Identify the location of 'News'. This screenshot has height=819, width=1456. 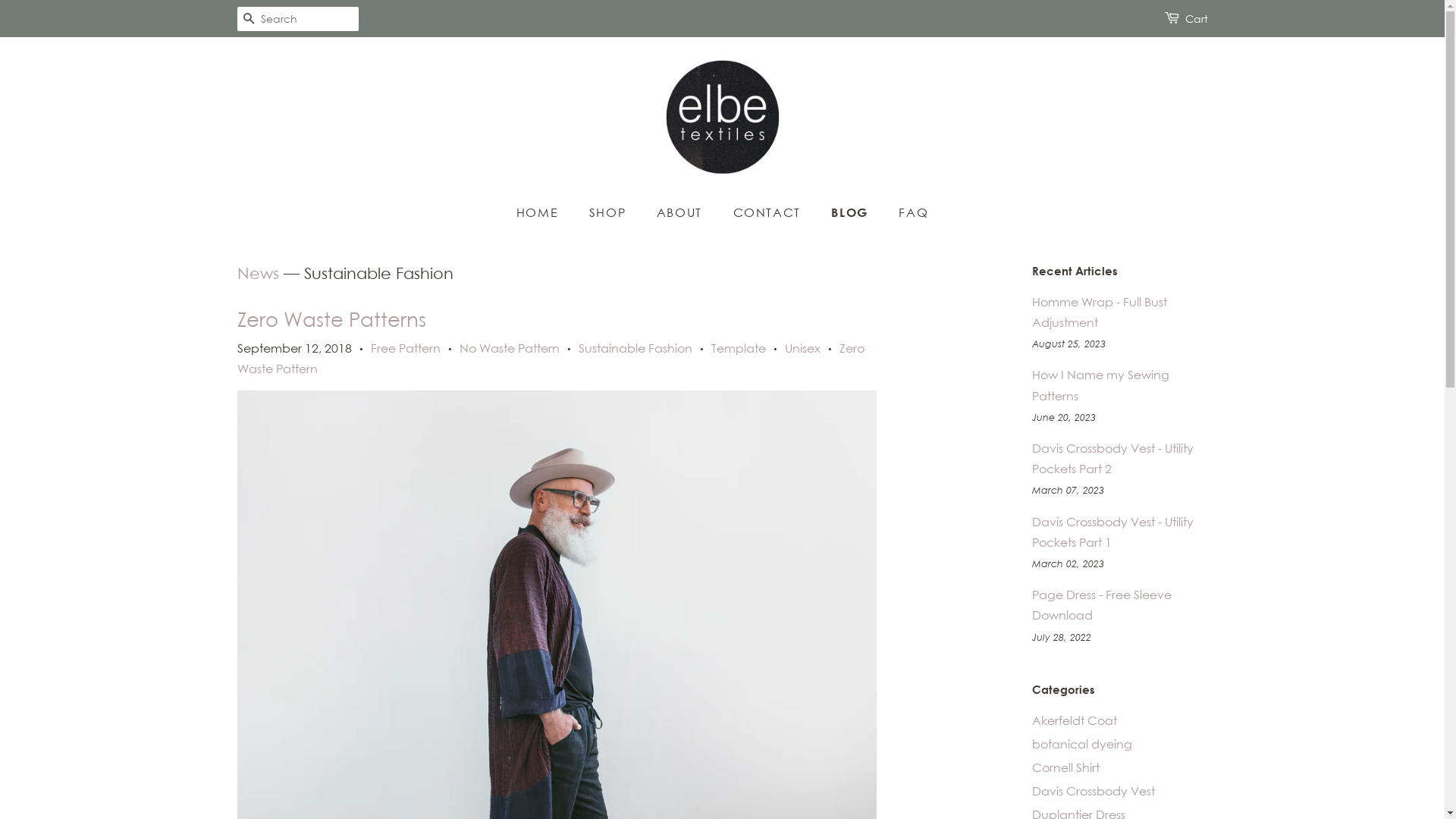
(257, 273).